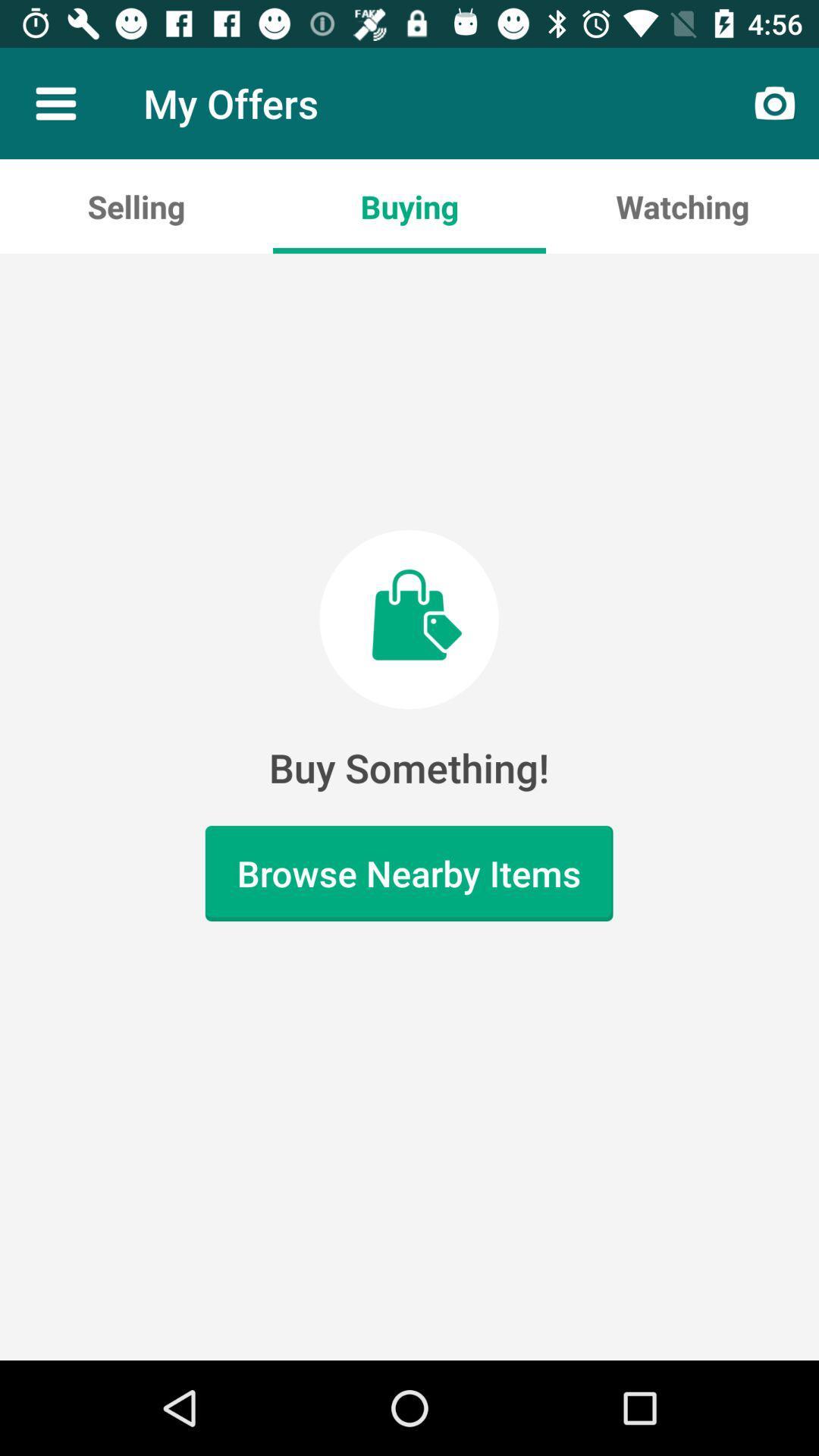  What do you see at coordinates (775, 102) in the screenshot?
I see `item above watching icon` at bounding box center [775, 102].